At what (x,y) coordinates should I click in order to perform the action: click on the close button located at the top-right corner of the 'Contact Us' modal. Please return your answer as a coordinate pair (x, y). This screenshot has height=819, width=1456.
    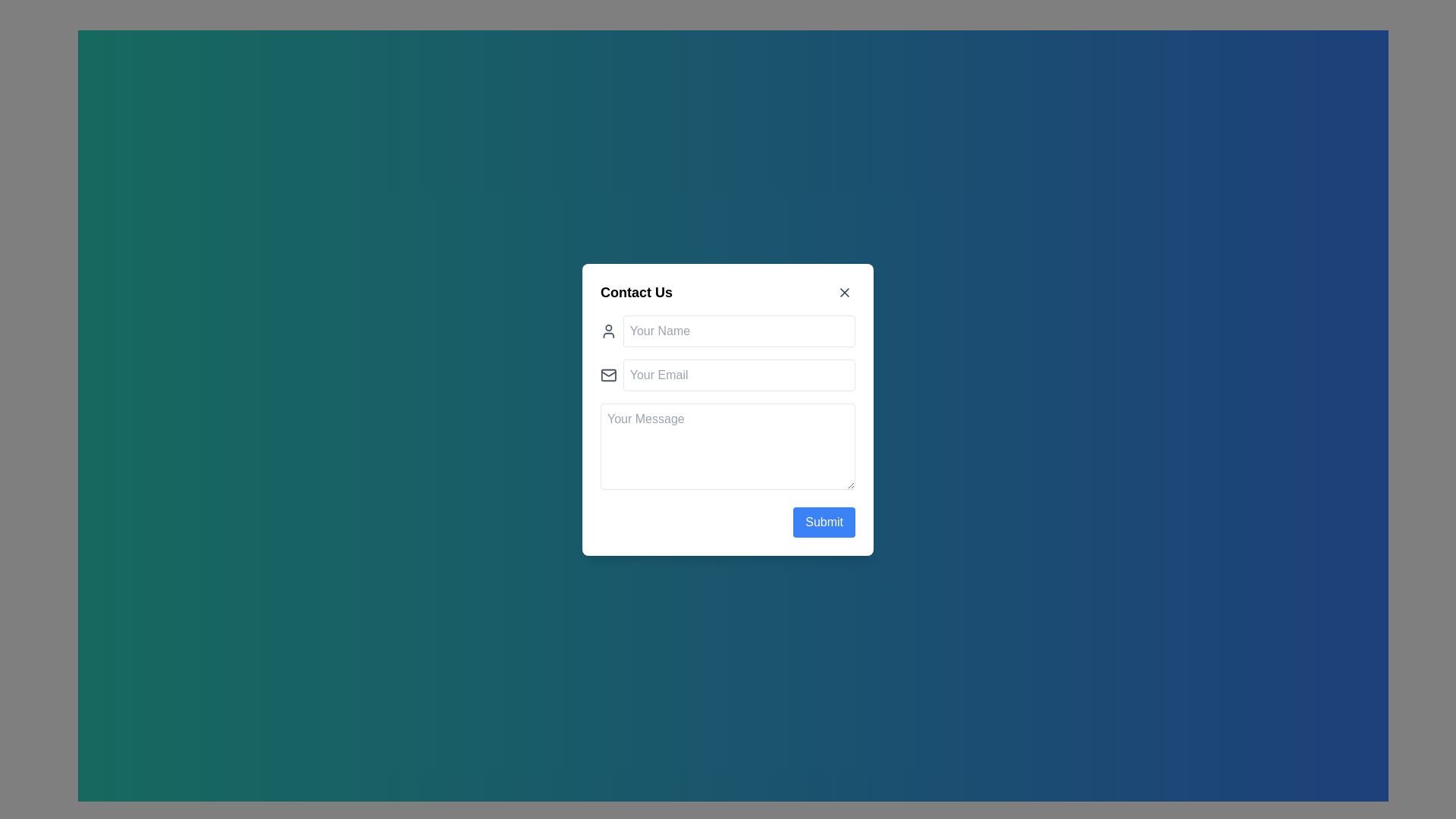
    Looking at the image, I should click on (843, 292).